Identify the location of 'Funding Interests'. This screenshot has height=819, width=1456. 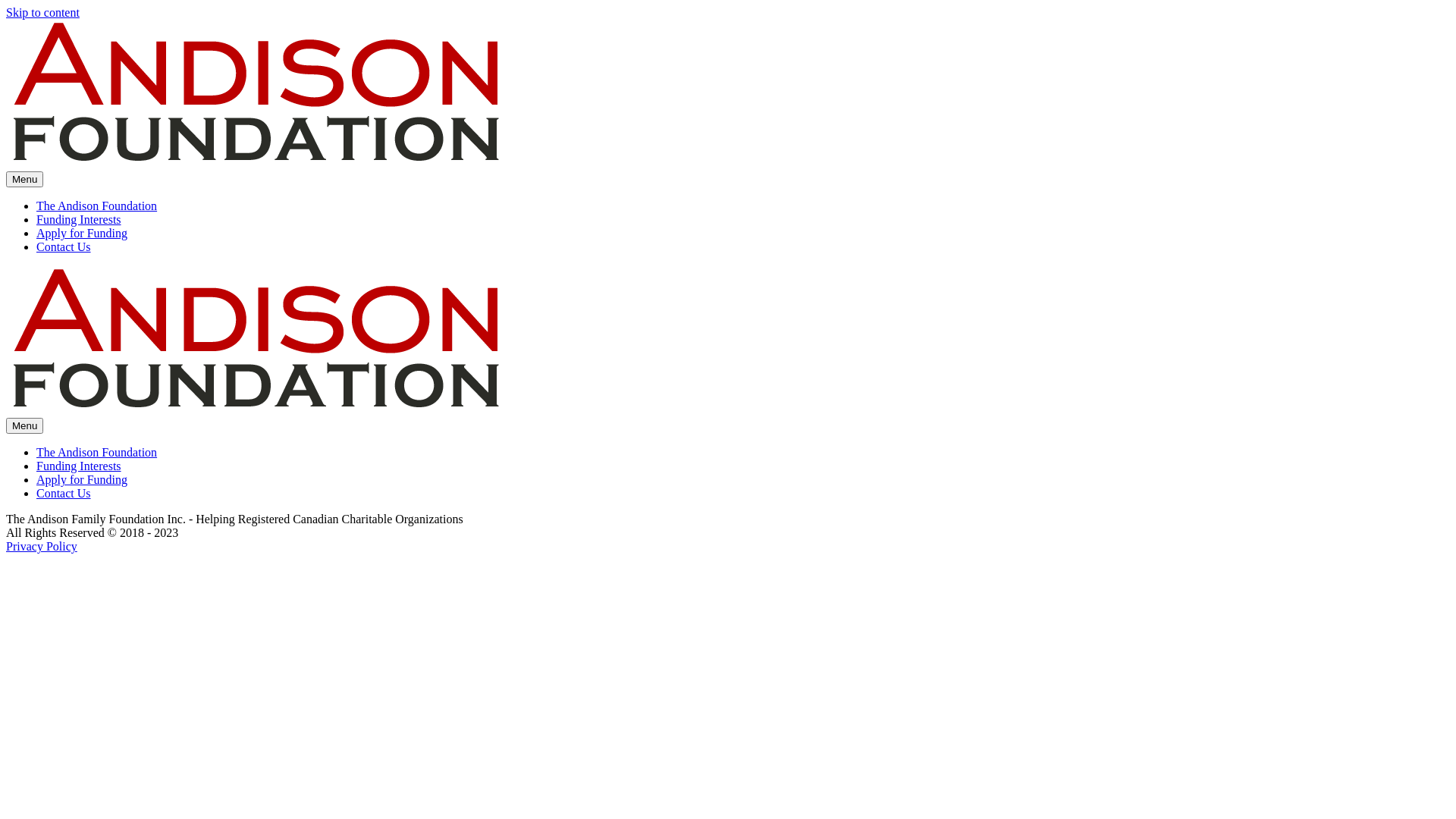
(36, 219).